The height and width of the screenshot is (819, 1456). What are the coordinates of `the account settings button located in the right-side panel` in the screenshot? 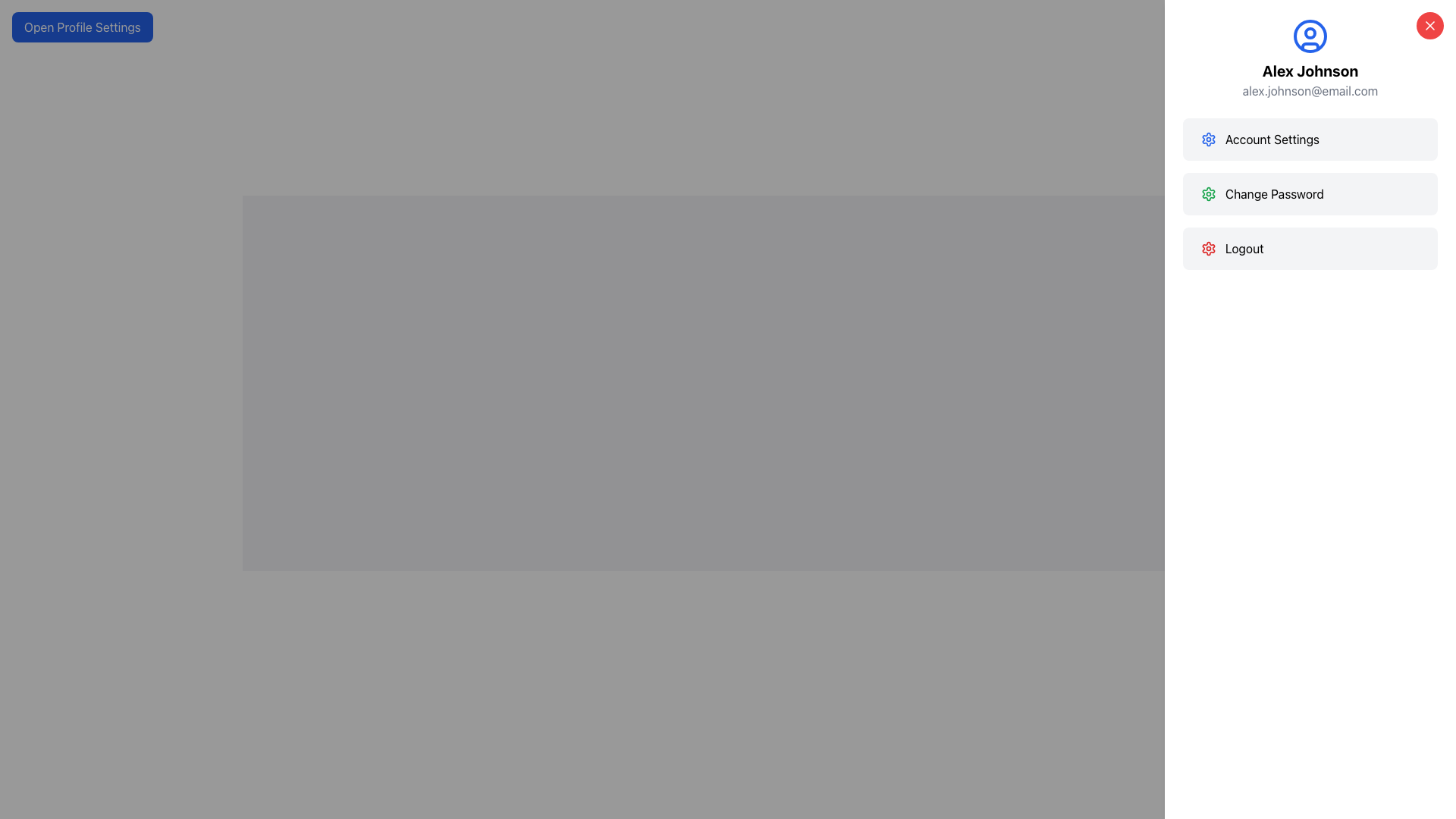 It's located at (1310, 140).